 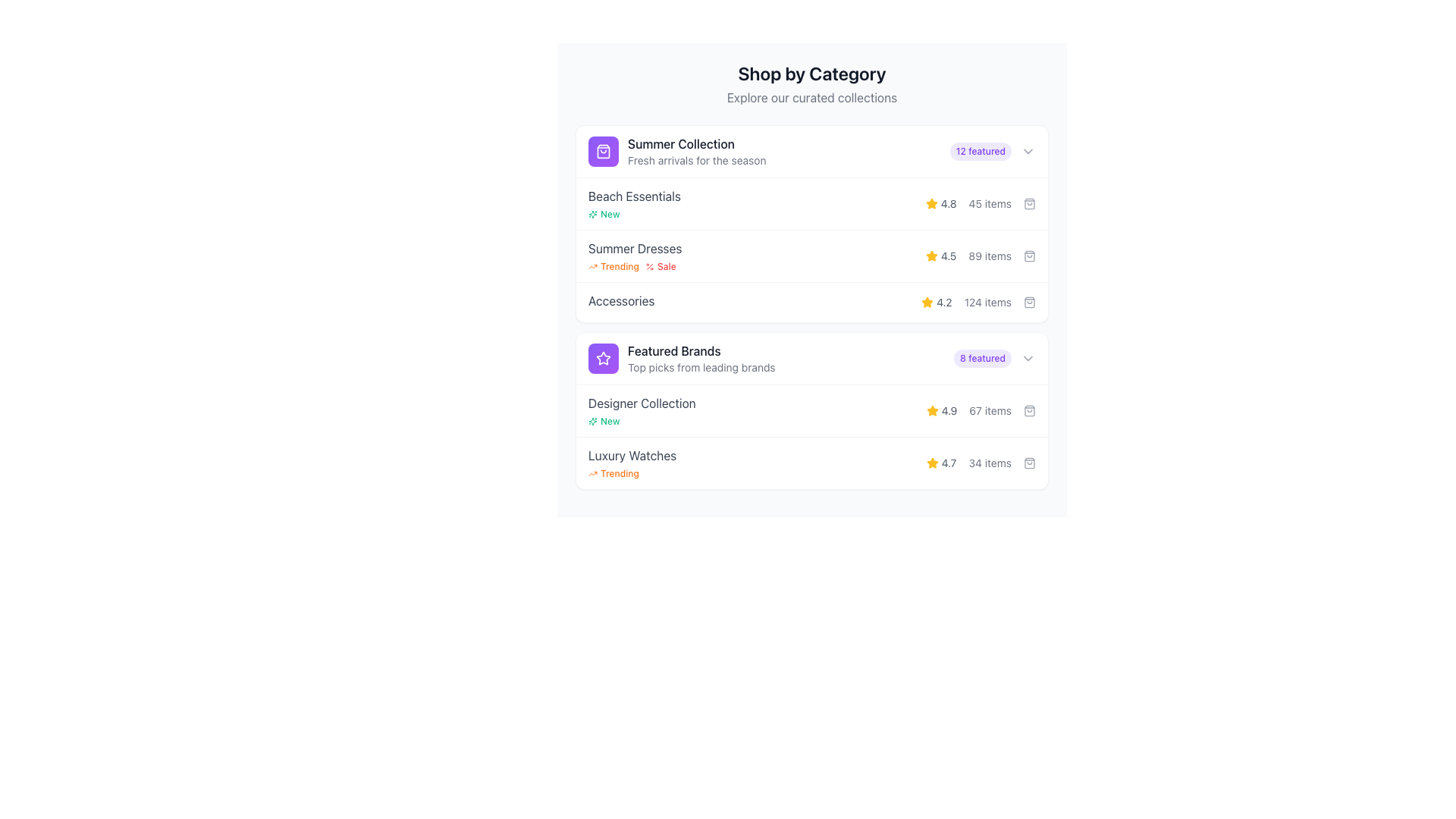 I want to click on the green-highlighted 'New' badge located directly below the 'Designer Collection' title in the 'Featured Brands' section, so click(x=642, y=421).